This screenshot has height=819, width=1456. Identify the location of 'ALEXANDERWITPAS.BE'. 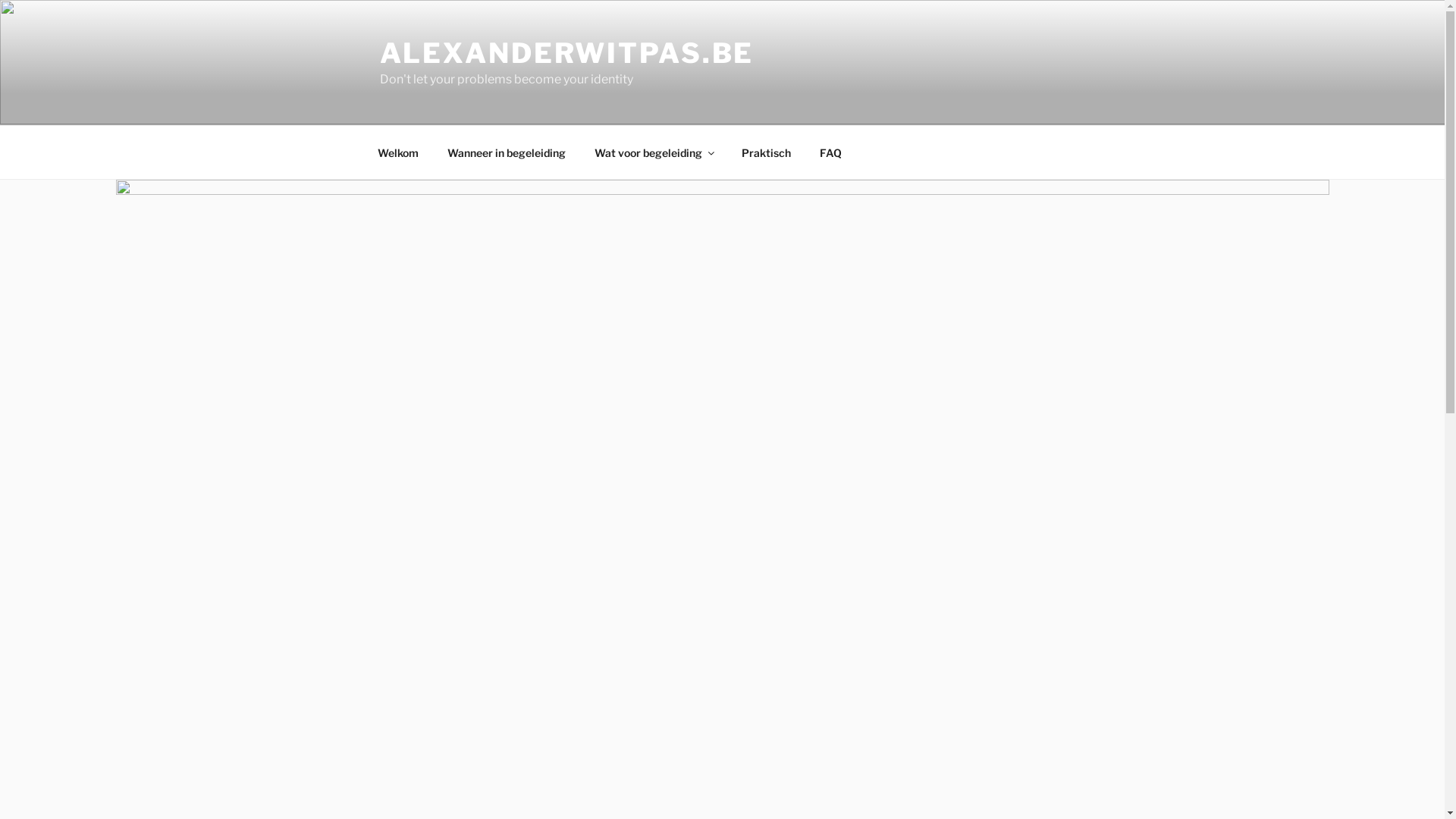
(566, 52).